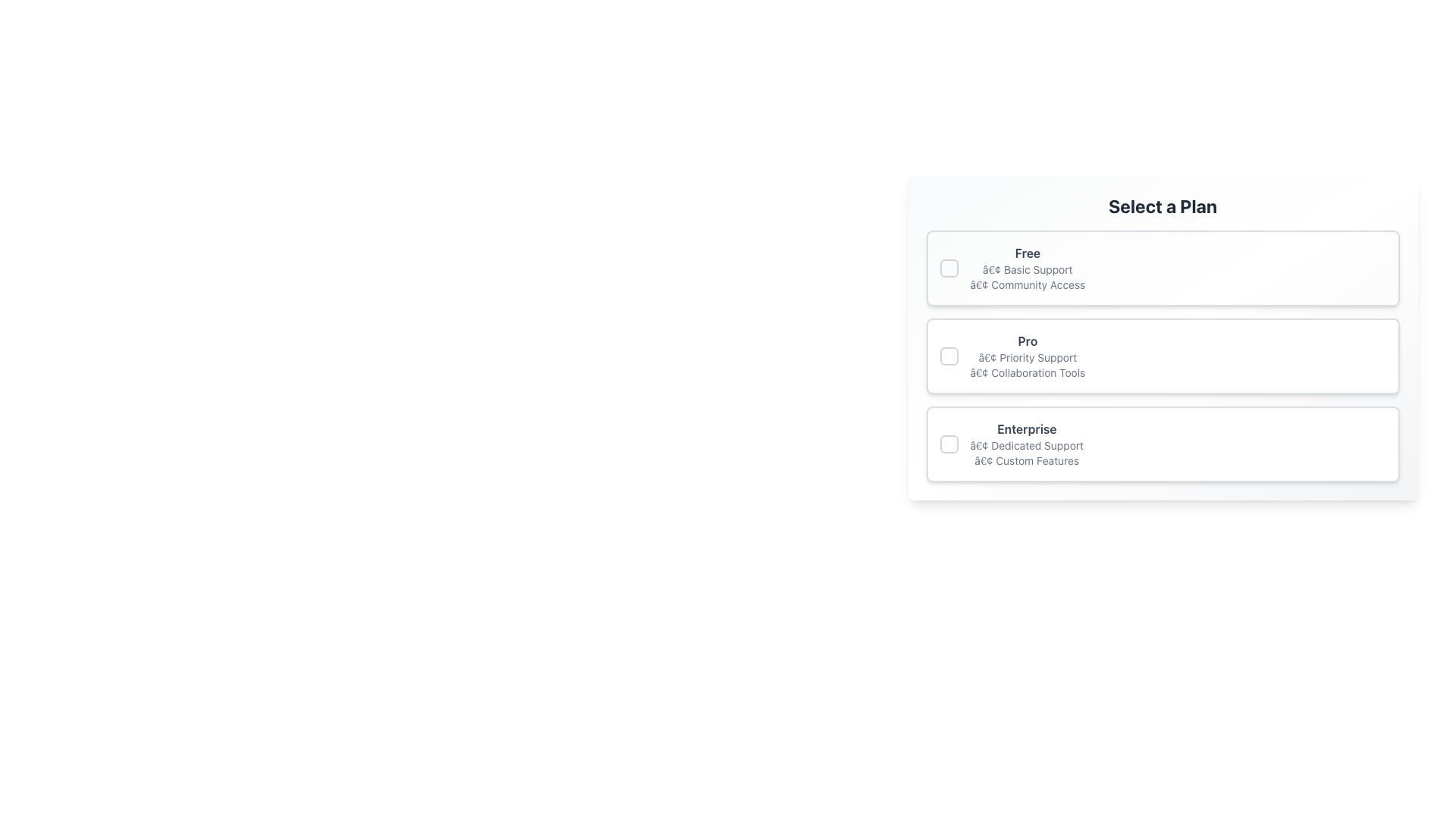 This screenshot has width=1456, height=819. What do you see at coordinates (1027, 452) in the screenshot?
I see `the textual component containing the bullet points '• Dedicated Support' and '• Custom Features' within the 'Enterprise' plan card` at bounding box center [1027, 452].